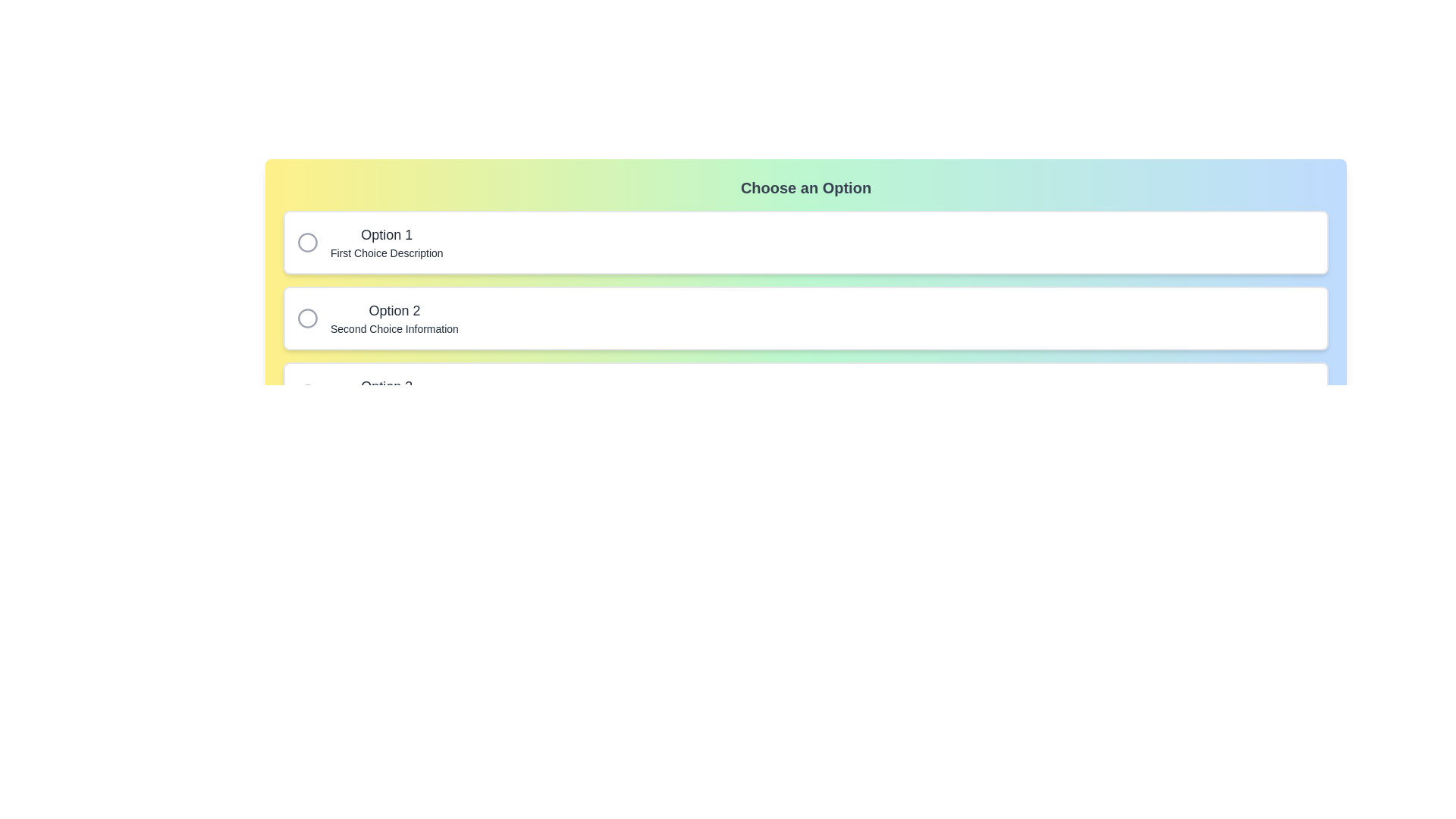  What do you see at coordinates (307, 242) in the screenshot?
I see `the grey circular radio button located to the left of the text 'Option 1' within the highlighted card` at bounding box center [307, 242].